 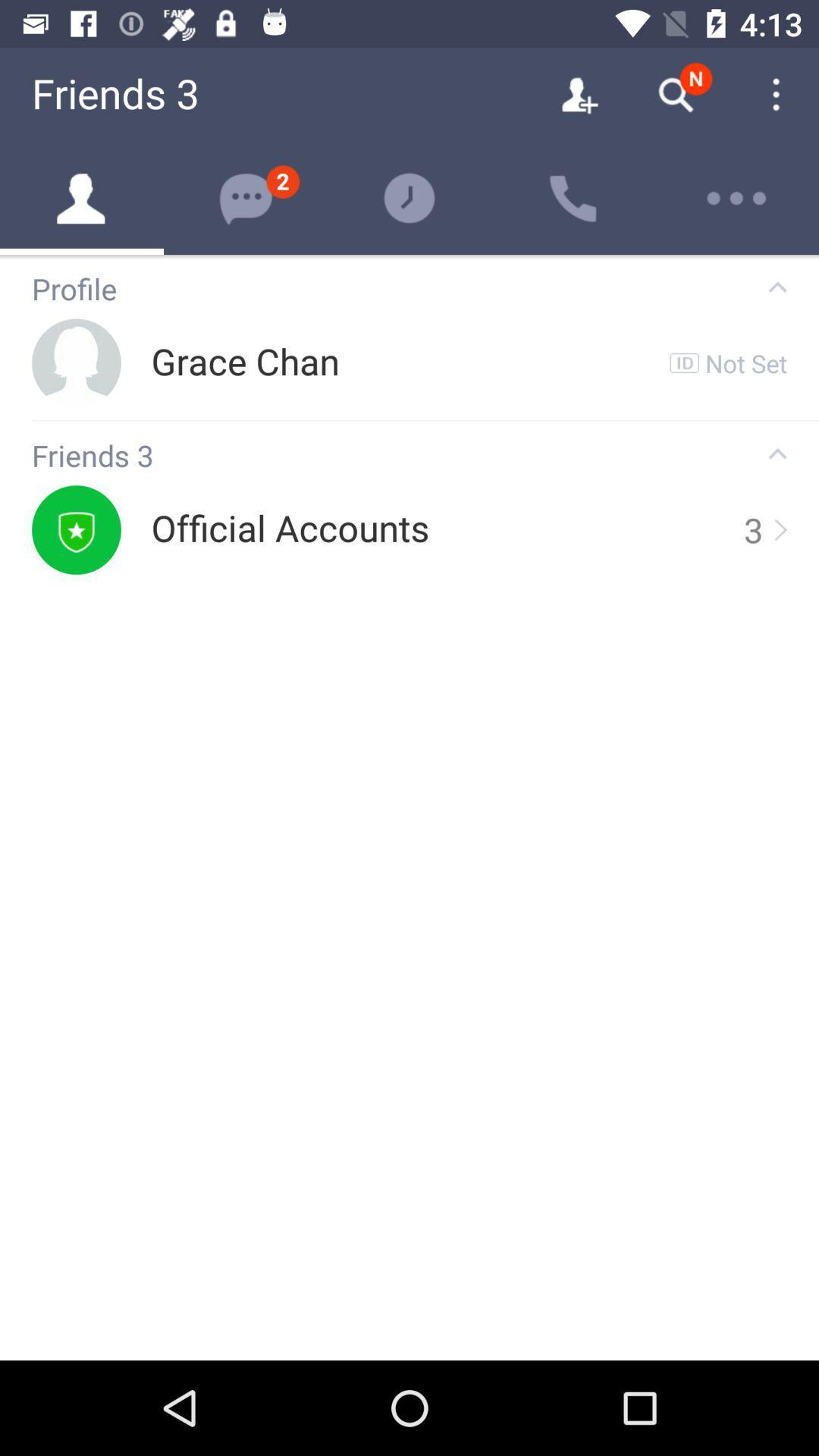 What do you see at coordinates (736, 198) in the screenshot?
I see `the more icon` at bounding box center [736, 198].